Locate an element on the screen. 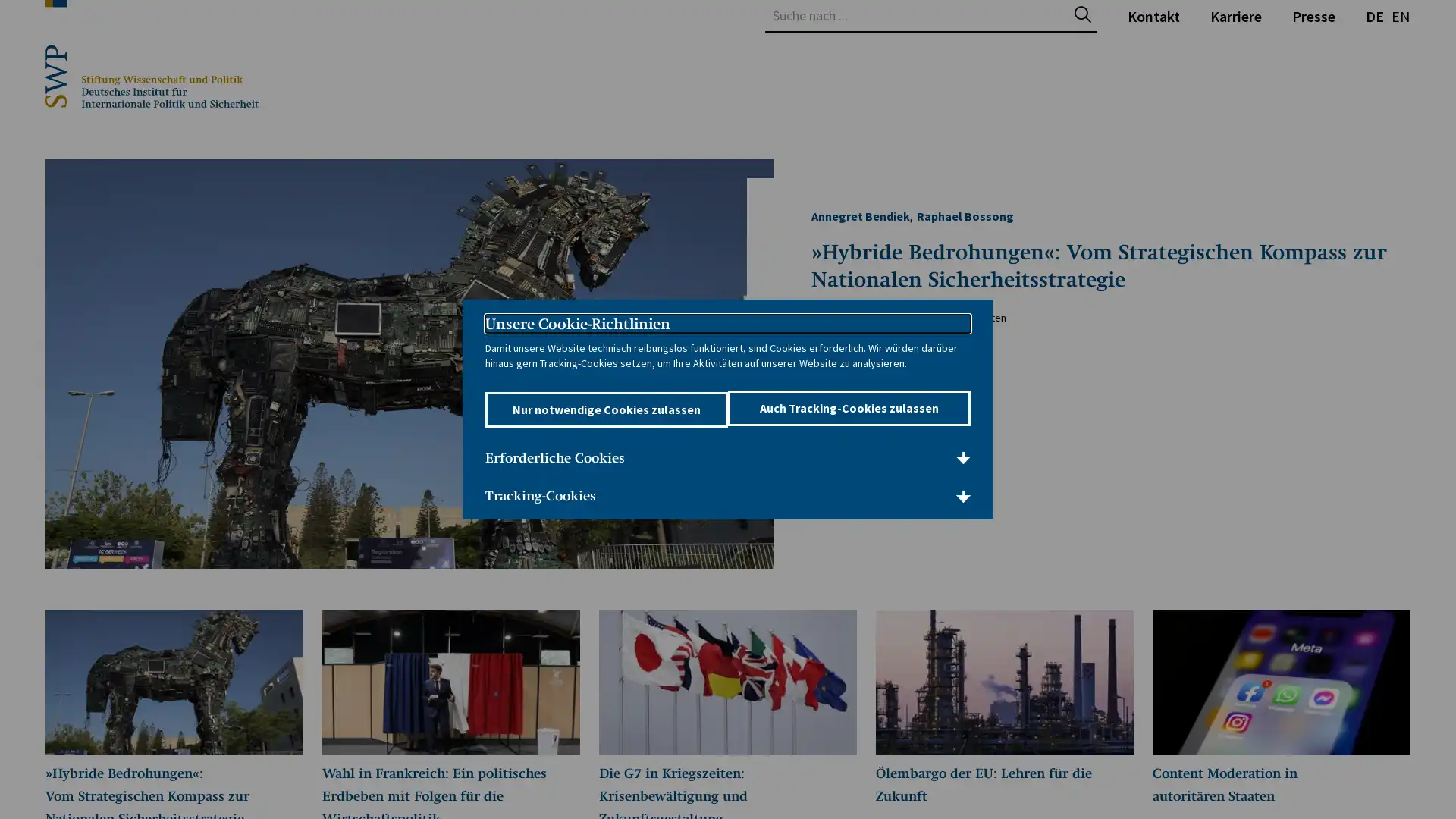 The height and width of the screenshot is (819, 1456). Auch Tracking-Cookies zulassen is located at coordinates (852, 407).